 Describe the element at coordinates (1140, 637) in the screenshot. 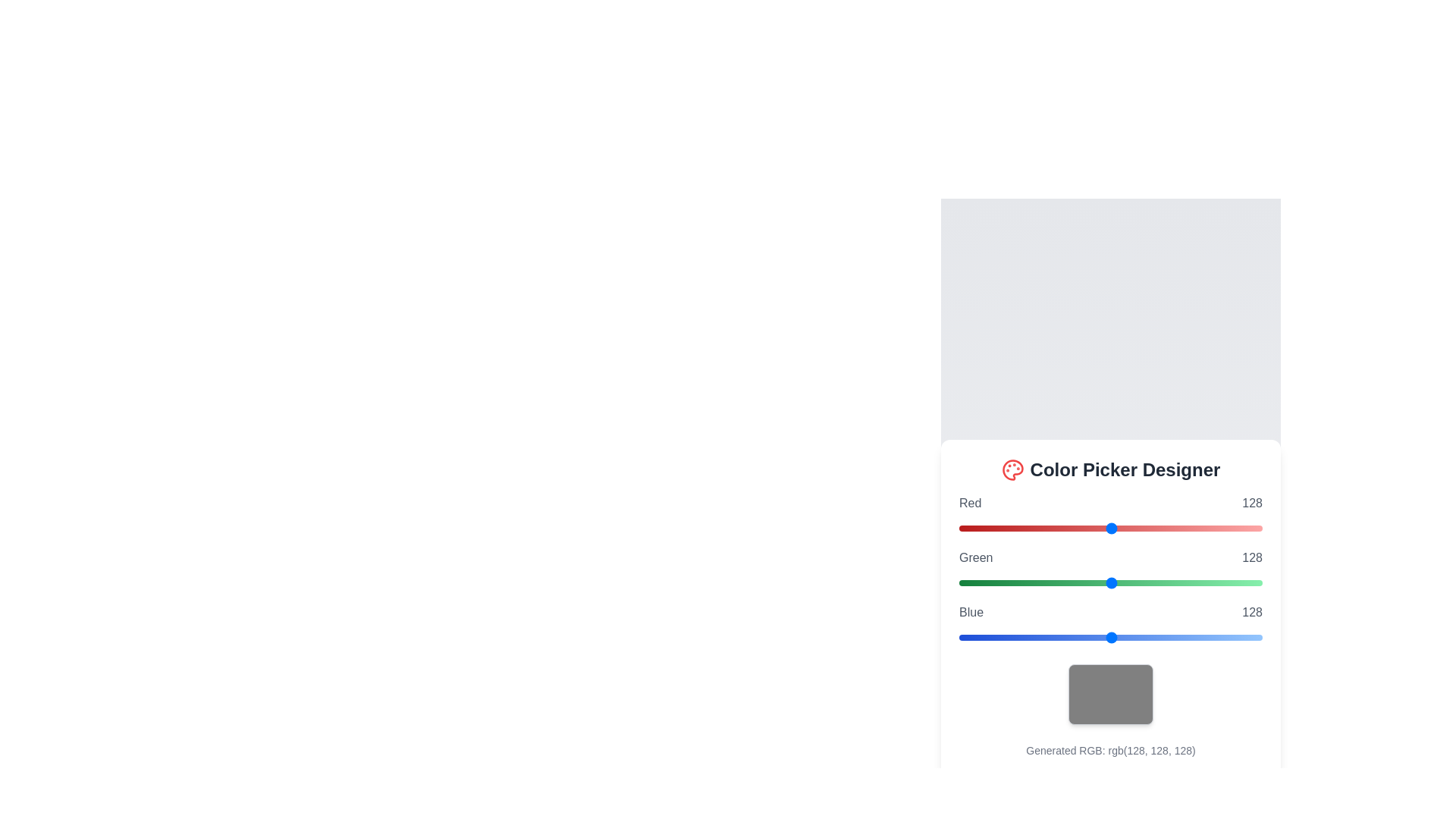

I see `the blue slider to set its value to 152` at that location.